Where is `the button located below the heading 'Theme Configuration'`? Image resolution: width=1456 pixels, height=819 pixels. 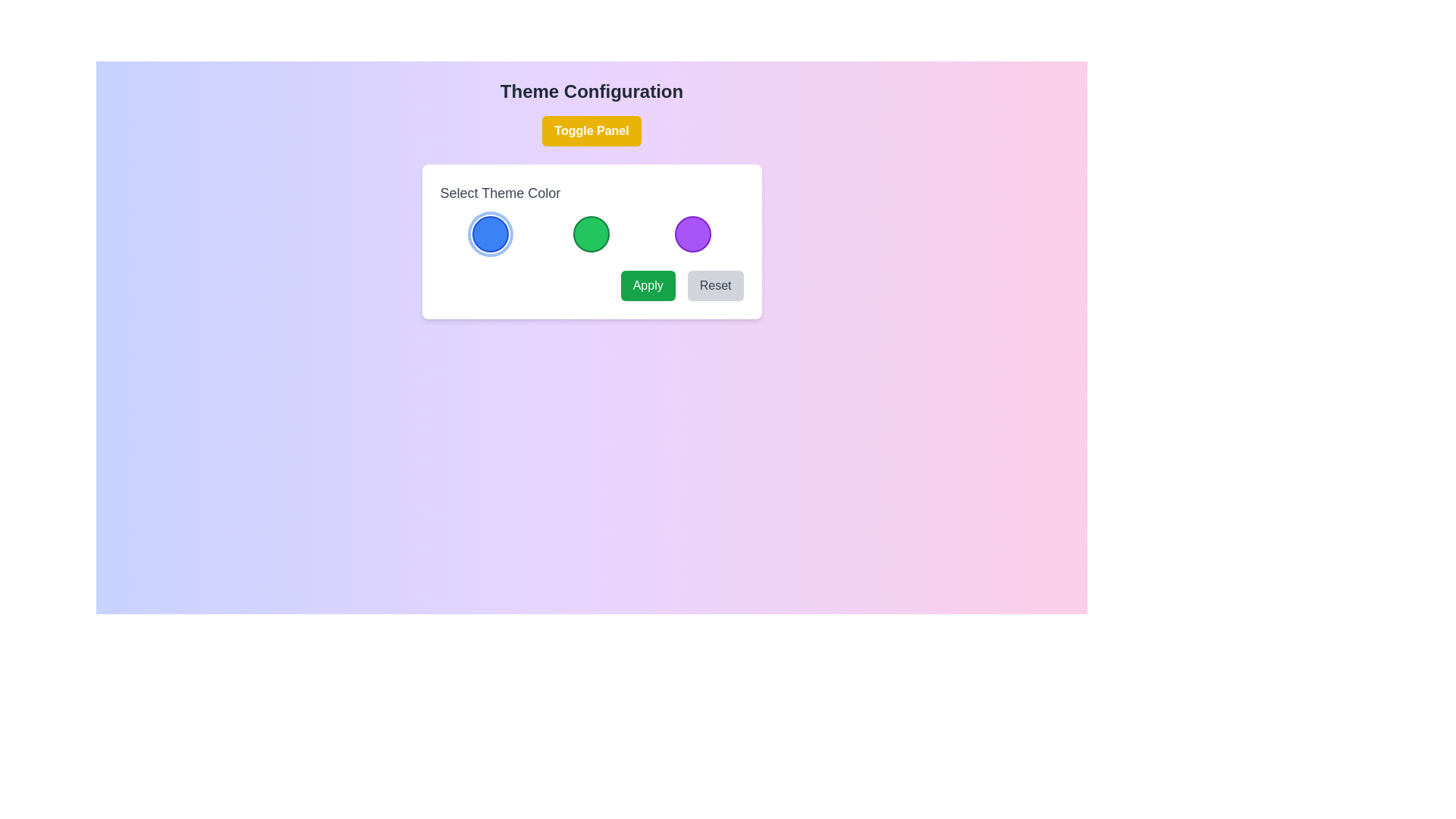 the button located below the heading 'Theme Configuration' is located at coordinates (591, 130).